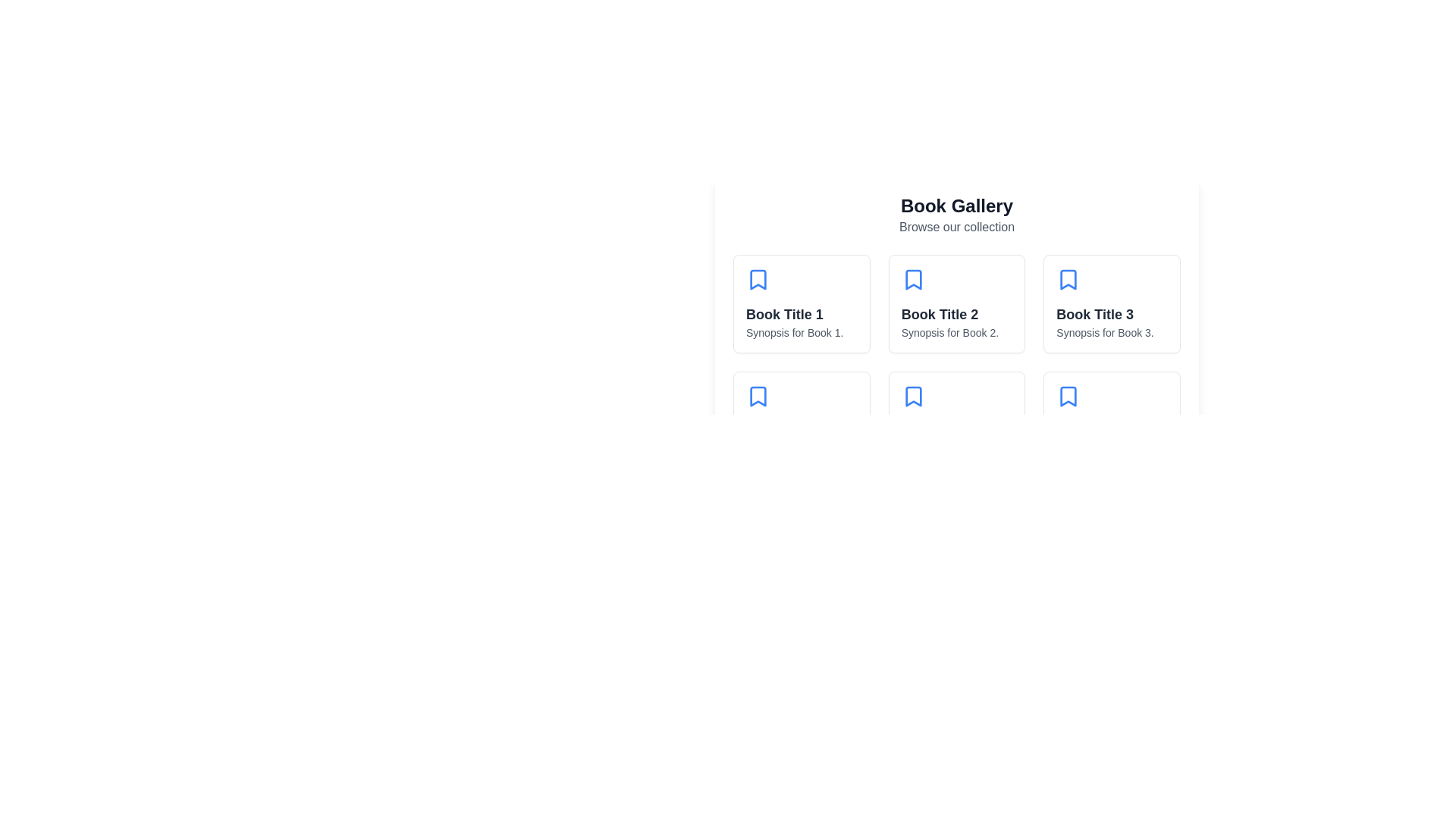  What do you see at coordinates (912, 280) in the screenshot?
I see `the blue bookmark icon located above the text 'Book Title 2' to bookmark it` at bounding box center [912, 280].